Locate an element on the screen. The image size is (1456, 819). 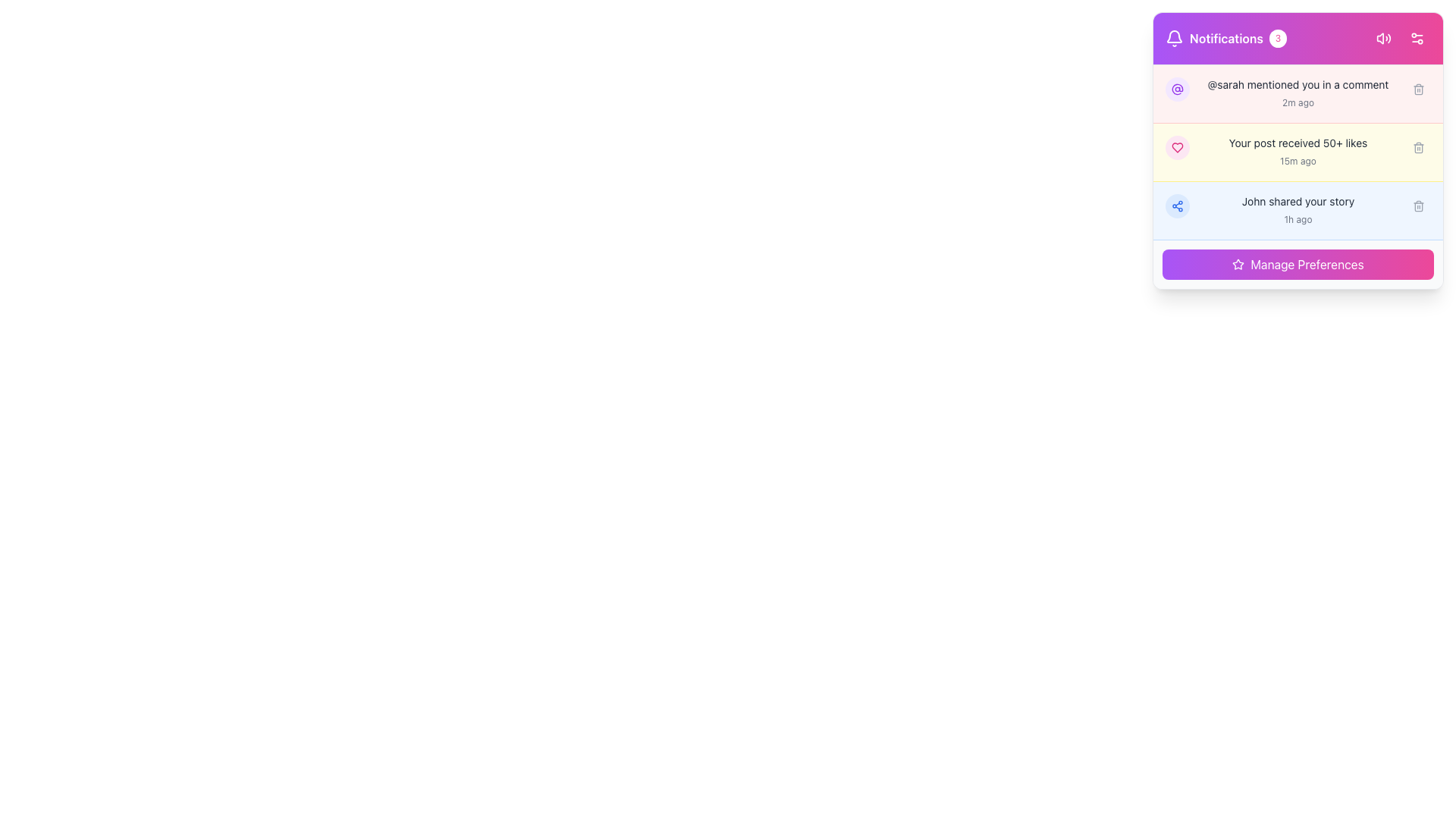
notification text displaying 'Your post received 50+ likes' in a larger font, with '15m ago' in a smaller font below it, which is the second notification in the list is located at coordinates (1298, 152).